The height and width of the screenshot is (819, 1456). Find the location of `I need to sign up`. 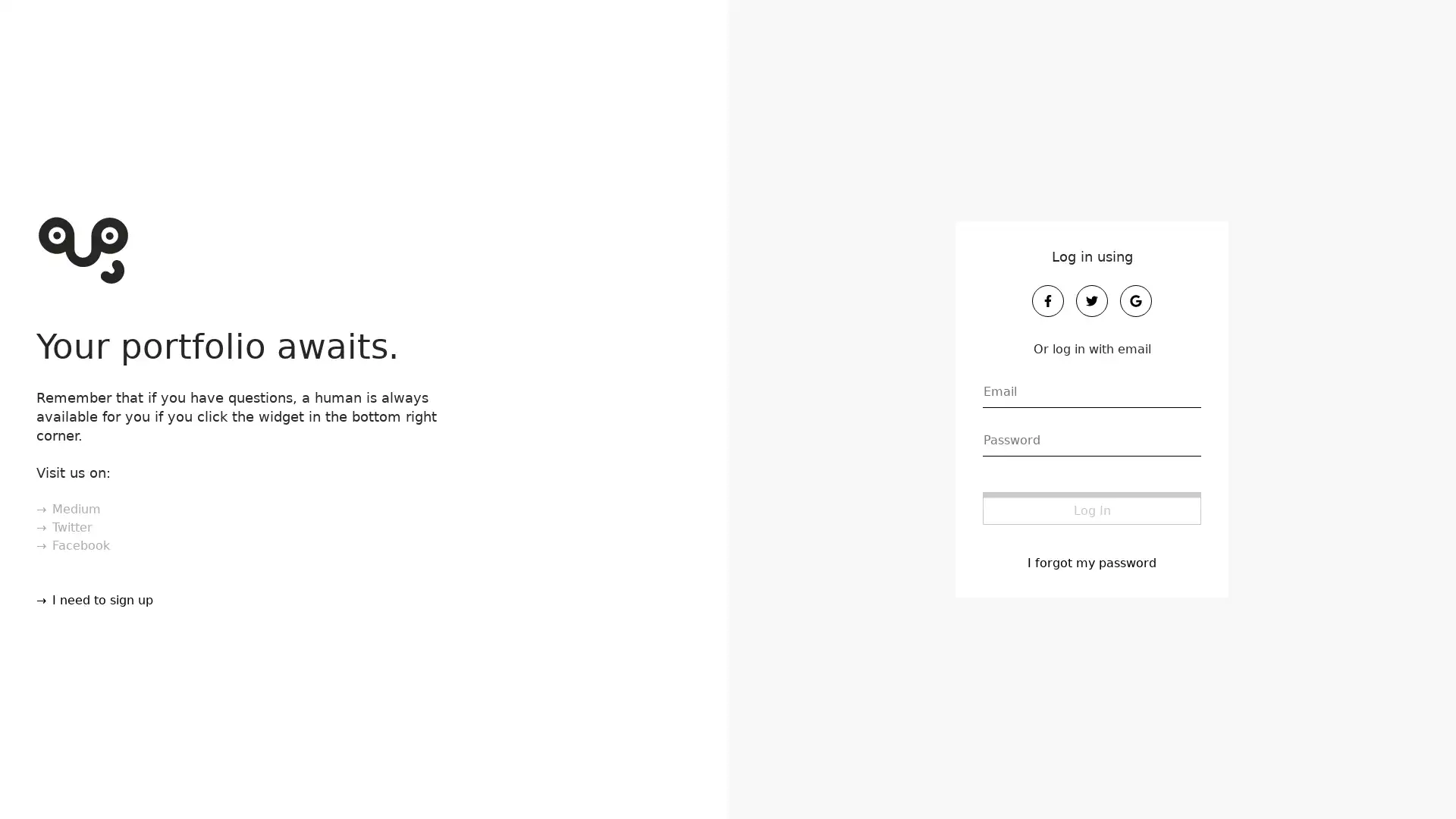

I need to sign up is located at coordinates (92, 598).